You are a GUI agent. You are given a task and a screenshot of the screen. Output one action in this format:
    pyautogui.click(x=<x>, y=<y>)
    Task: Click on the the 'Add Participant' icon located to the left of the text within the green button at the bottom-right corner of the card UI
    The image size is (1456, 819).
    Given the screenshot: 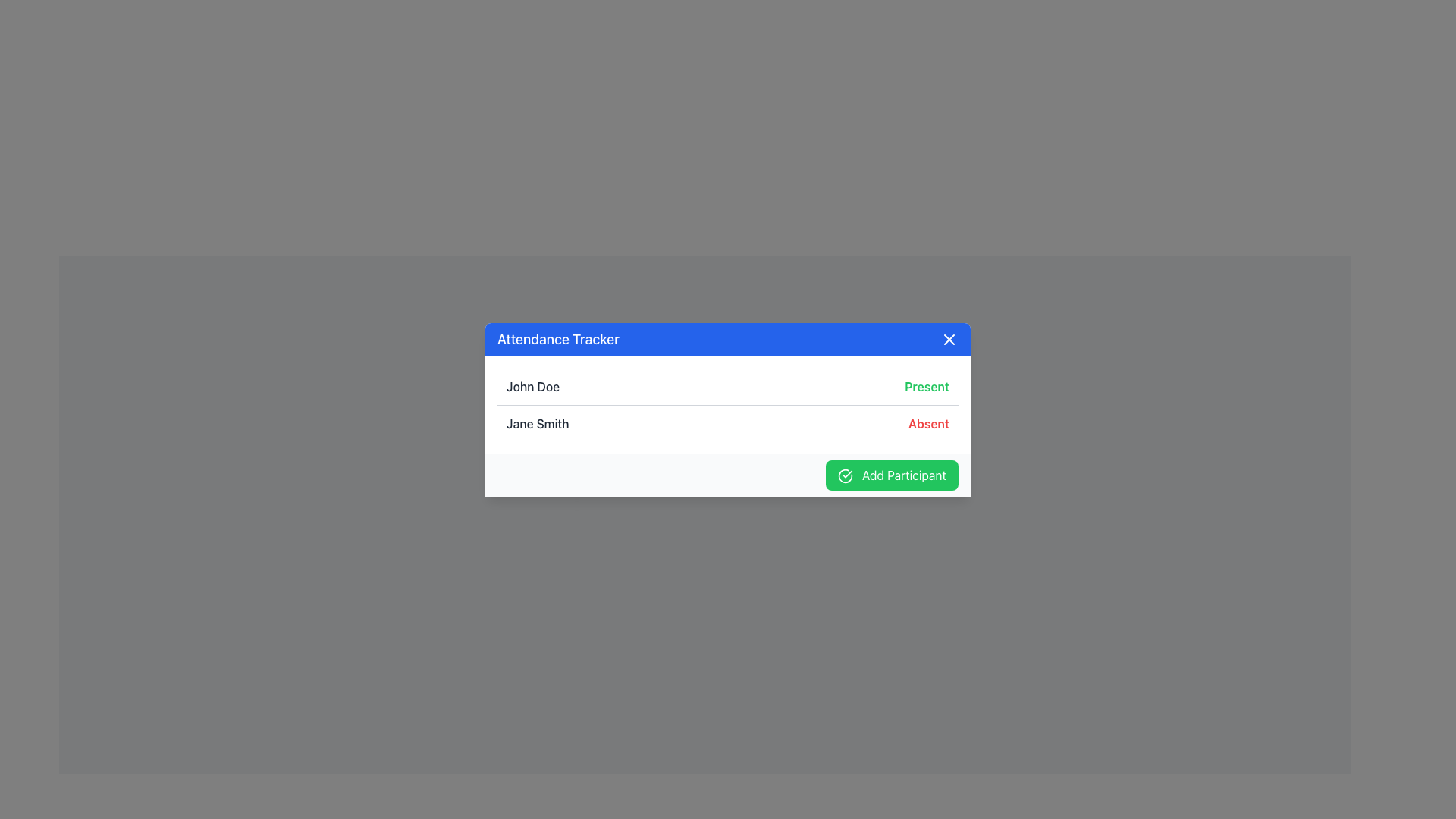 What is the action you would take?
    pyautogui.click(x=844, y=475)
    